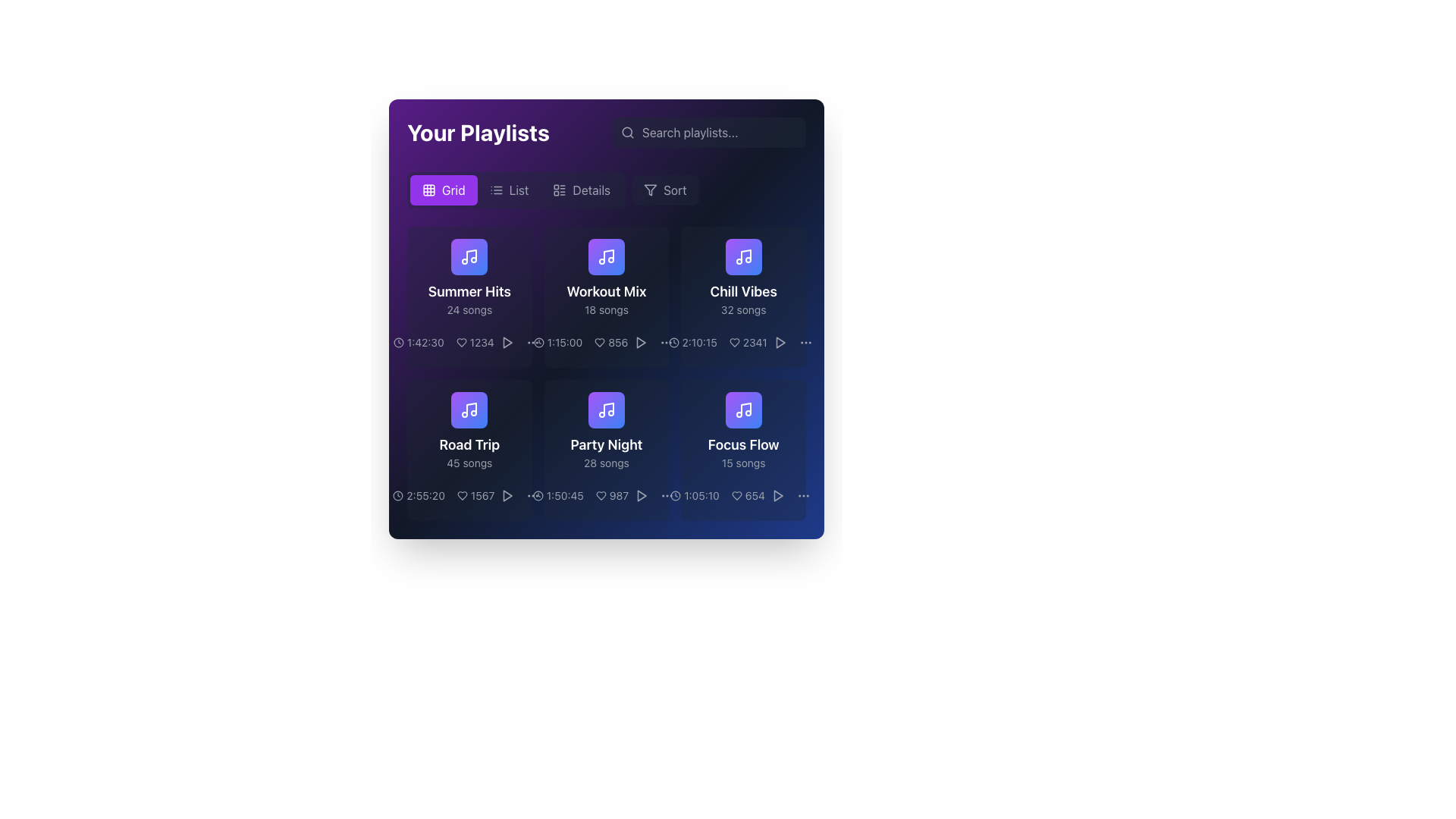  I want to click on the 'filter' icon located within the 'Sort' button area in the top-right section of the interface, which is positioned right after the 'Grid', 'List', and 'Details' buttons, so click(651, 189).